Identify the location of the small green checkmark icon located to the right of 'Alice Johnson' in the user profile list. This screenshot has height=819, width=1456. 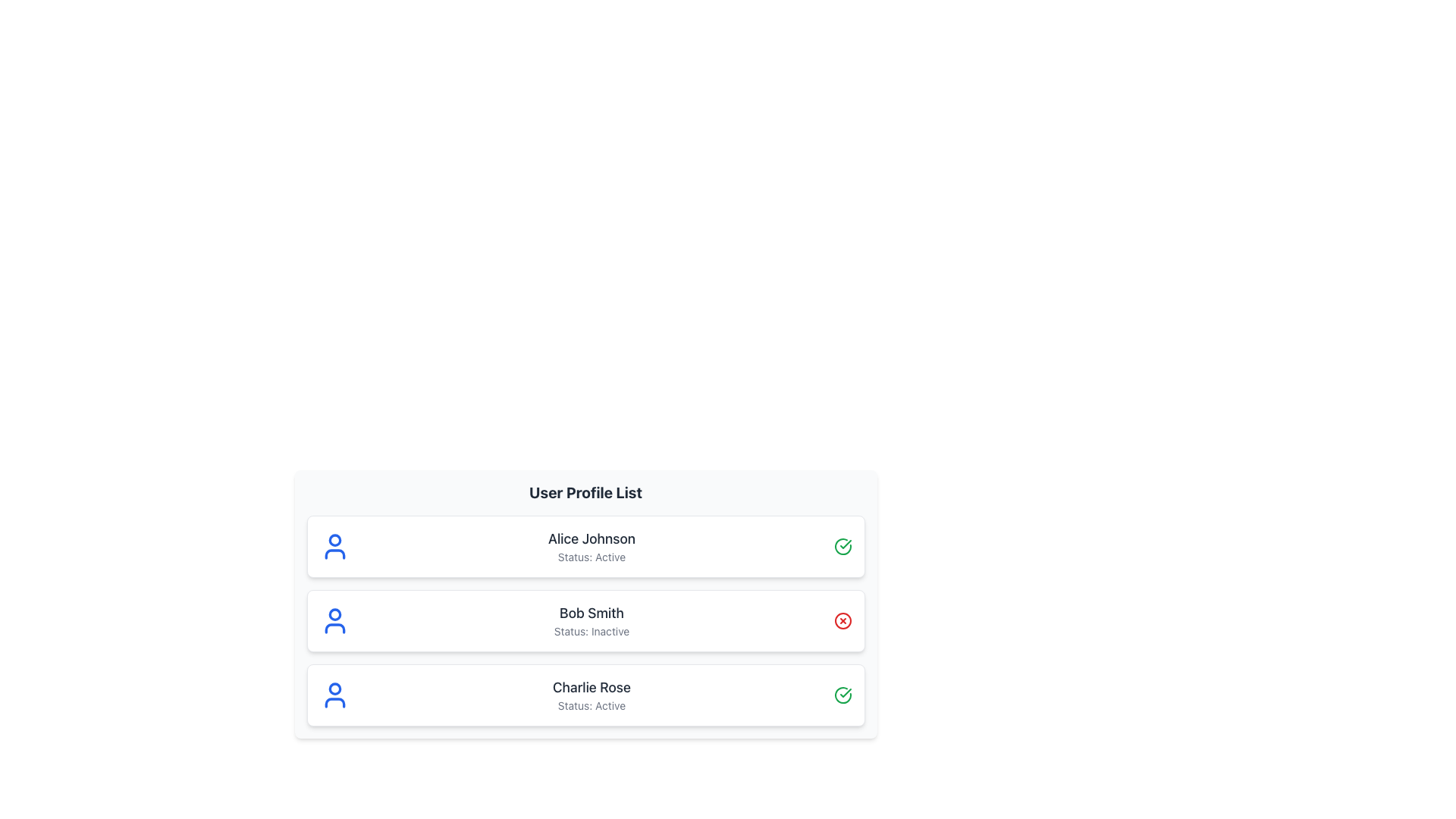
(844, 693).